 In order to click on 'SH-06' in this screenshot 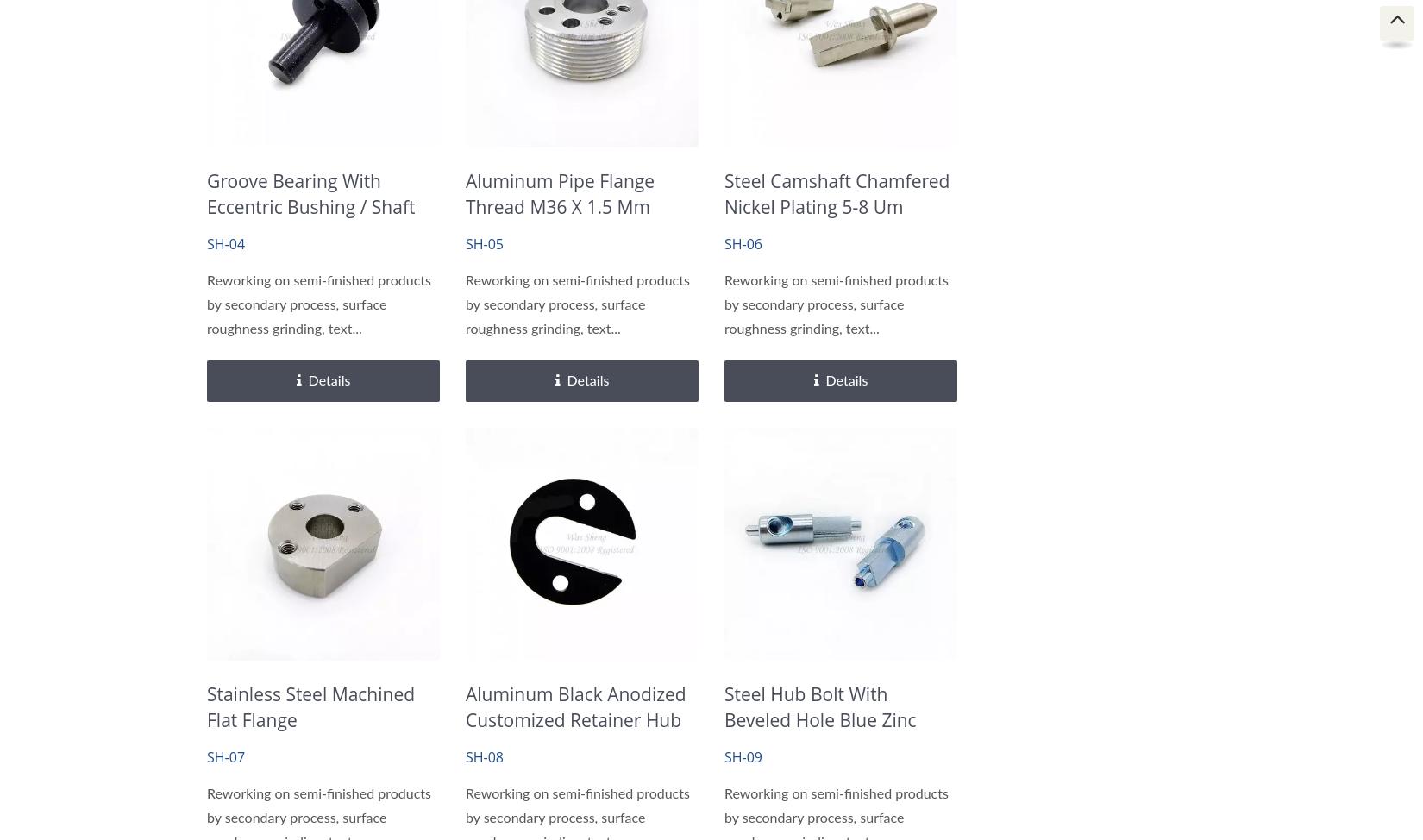, I will do `click(743, 243)`.